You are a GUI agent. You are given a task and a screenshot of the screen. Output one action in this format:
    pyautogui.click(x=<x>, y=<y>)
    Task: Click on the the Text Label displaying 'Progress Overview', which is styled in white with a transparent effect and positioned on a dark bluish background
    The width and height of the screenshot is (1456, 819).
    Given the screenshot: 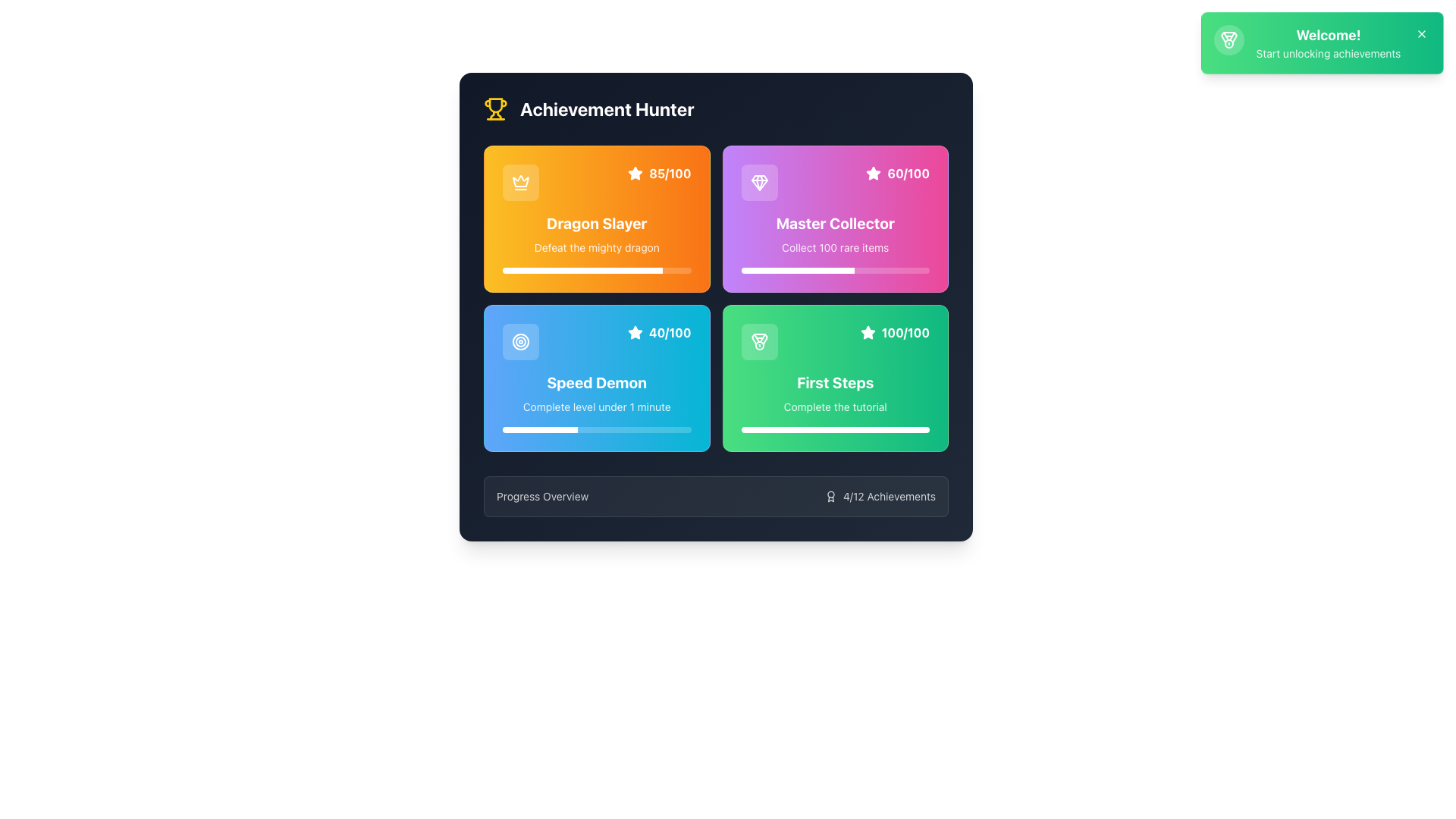 What is the action you would take?
    pyautogui.click(x=542, y=497)
    